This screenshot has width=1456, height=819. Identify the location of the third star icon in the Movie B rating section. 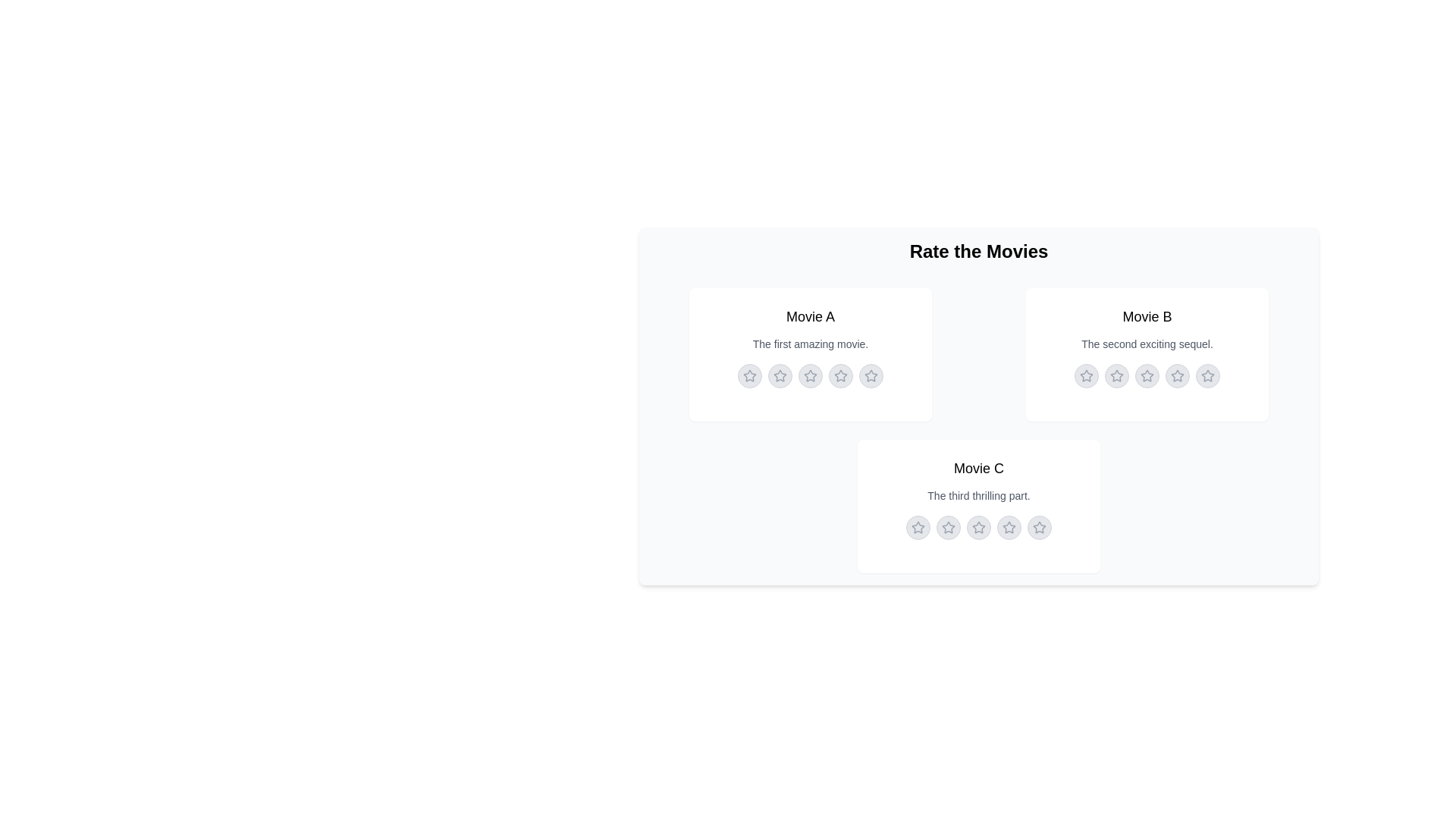
(1147, 375).